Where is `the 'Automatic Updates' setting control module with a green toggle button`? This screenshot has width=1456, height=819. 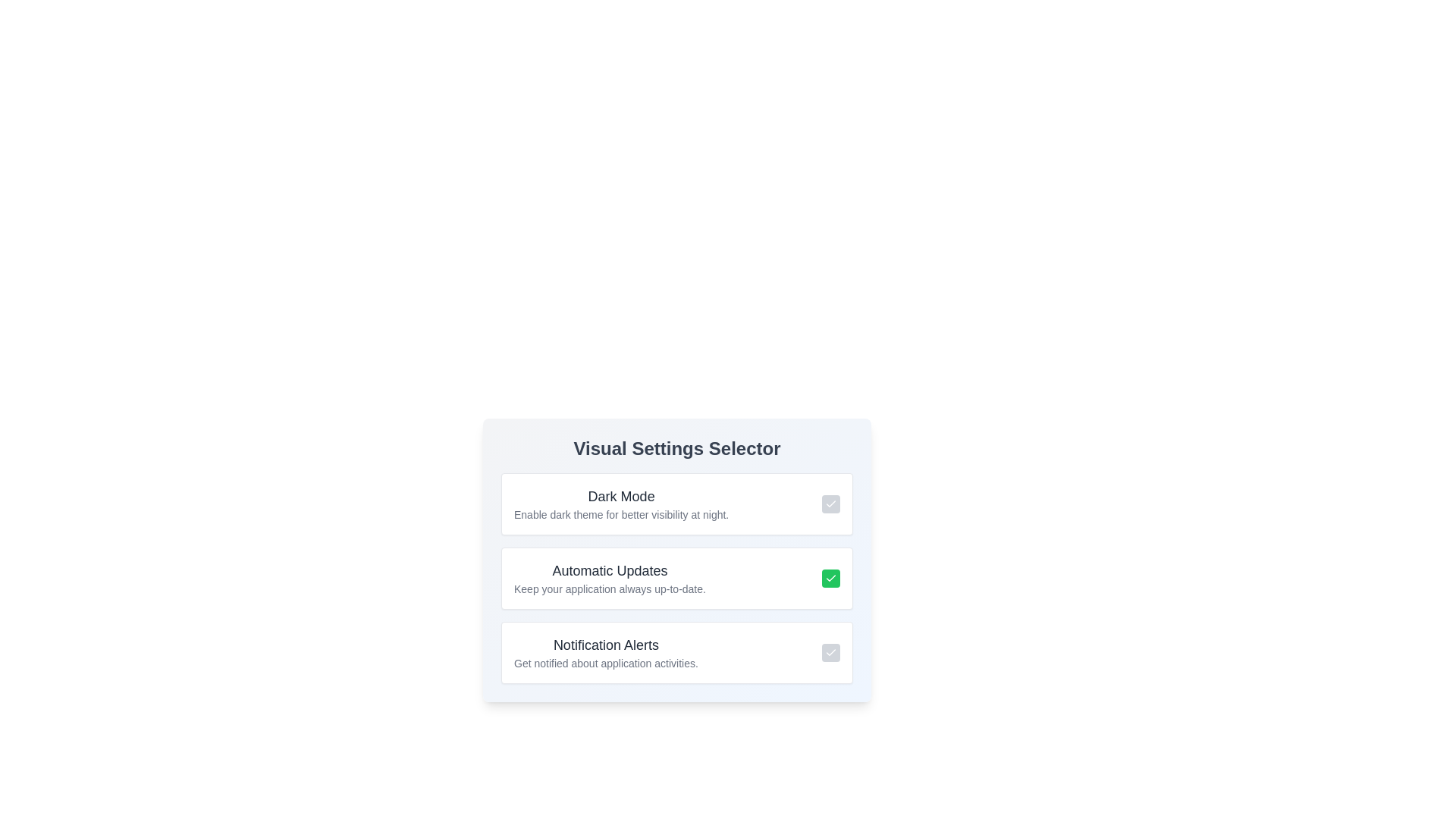
the 'Automatic Updates' setting control module with a green toggle button is located at coordinates (676, 579).